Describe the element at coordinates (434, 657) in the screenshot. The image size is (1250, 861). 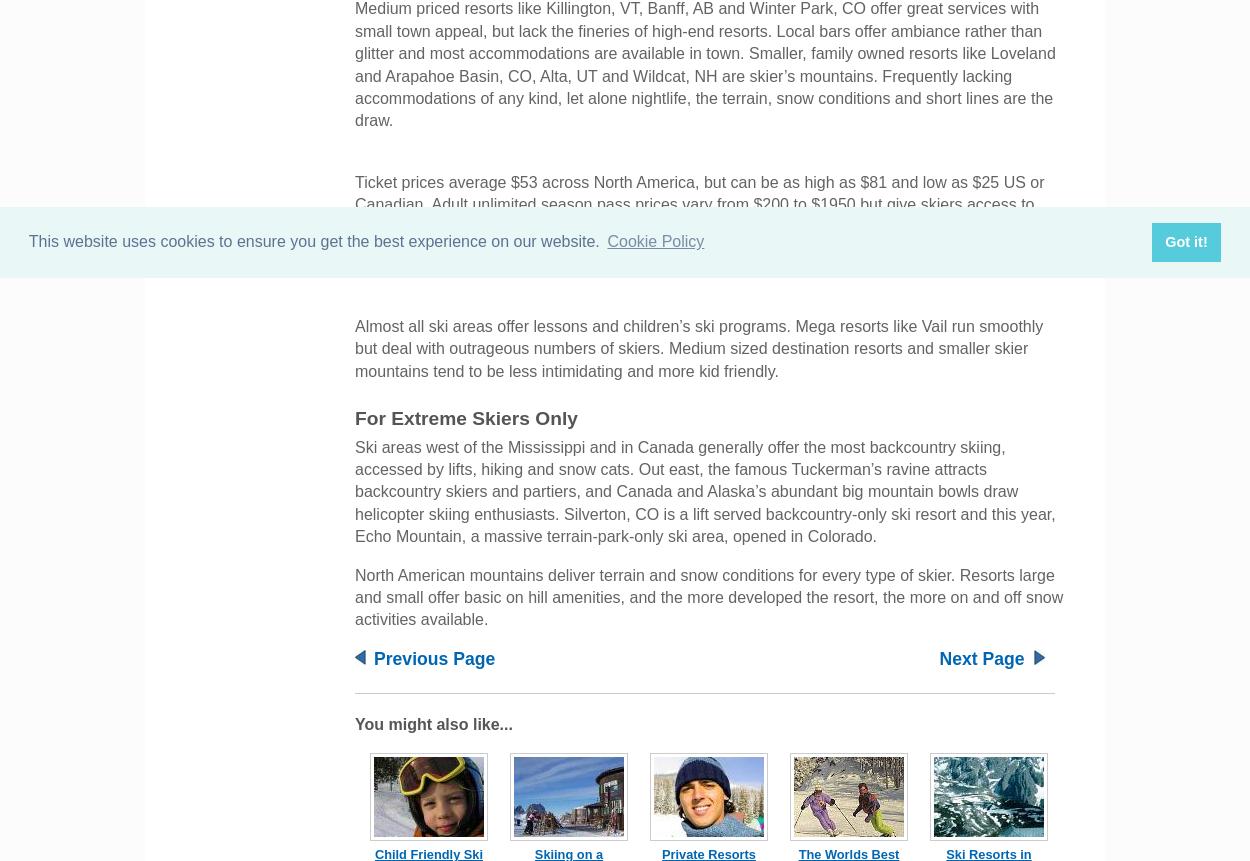
I see `'Previous Page'` at that location.